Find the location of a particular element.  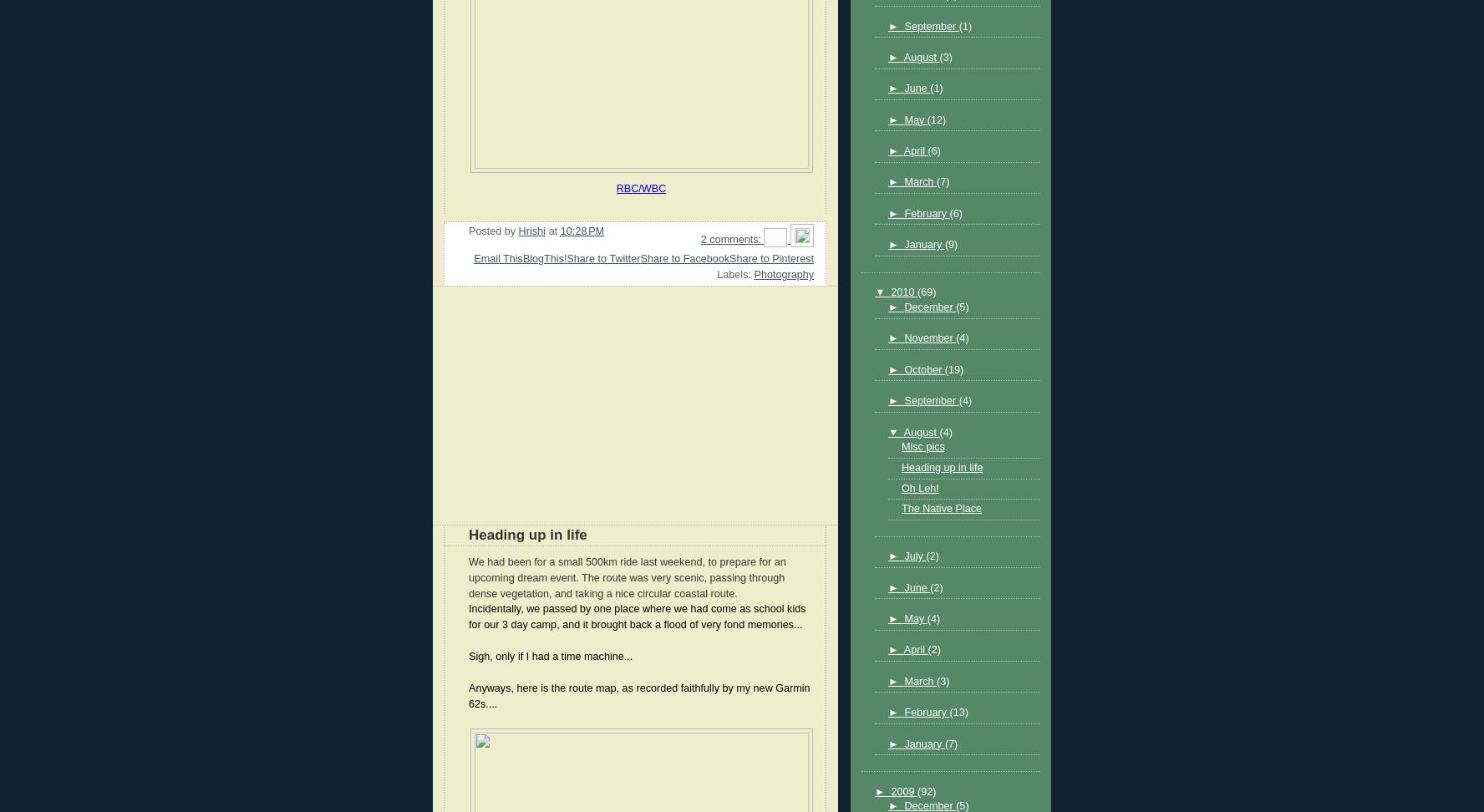

'Photography' is located at coordinates (753, 274).